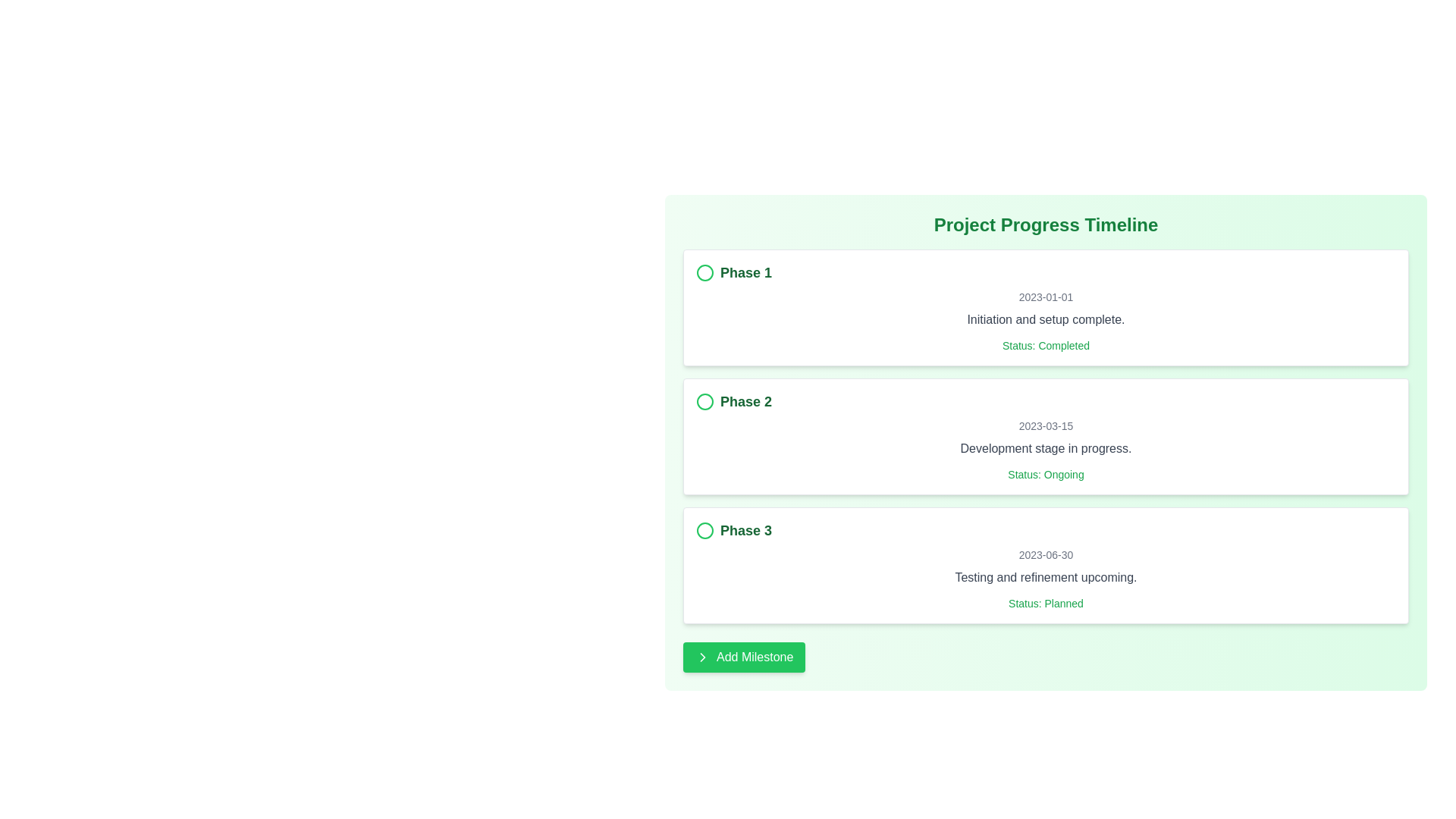 The image size is (1456, 819). Describe the element at coordinates (1045, 297) in the screenshot. I see `the static text label displaying the date associated with 'Phase 1', which is centered horizontally within the card and located below the title` at that location.